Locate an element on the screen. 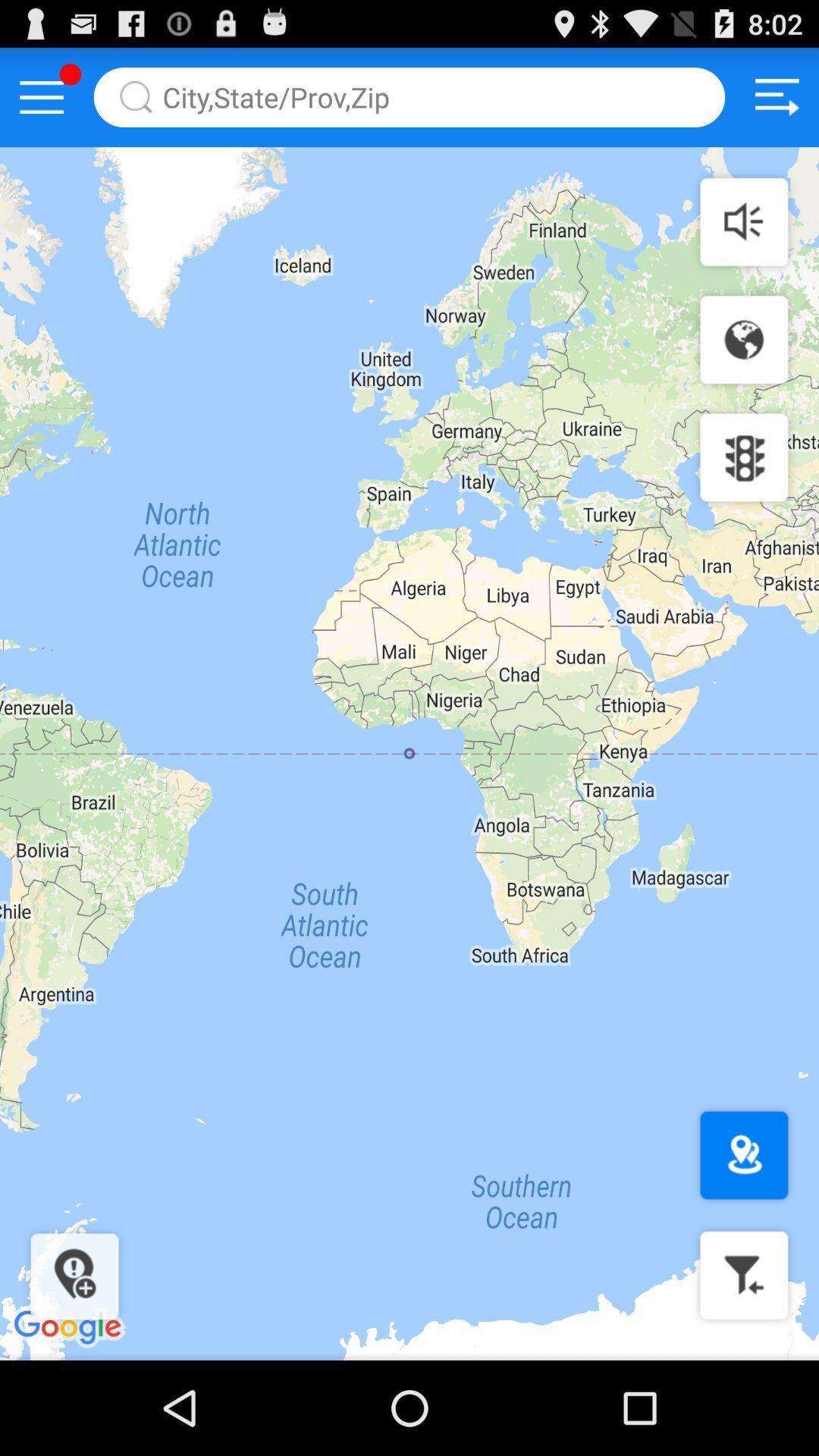 This screenshot has height=1456, width=819. sound control is located at coordinates (743, 221).